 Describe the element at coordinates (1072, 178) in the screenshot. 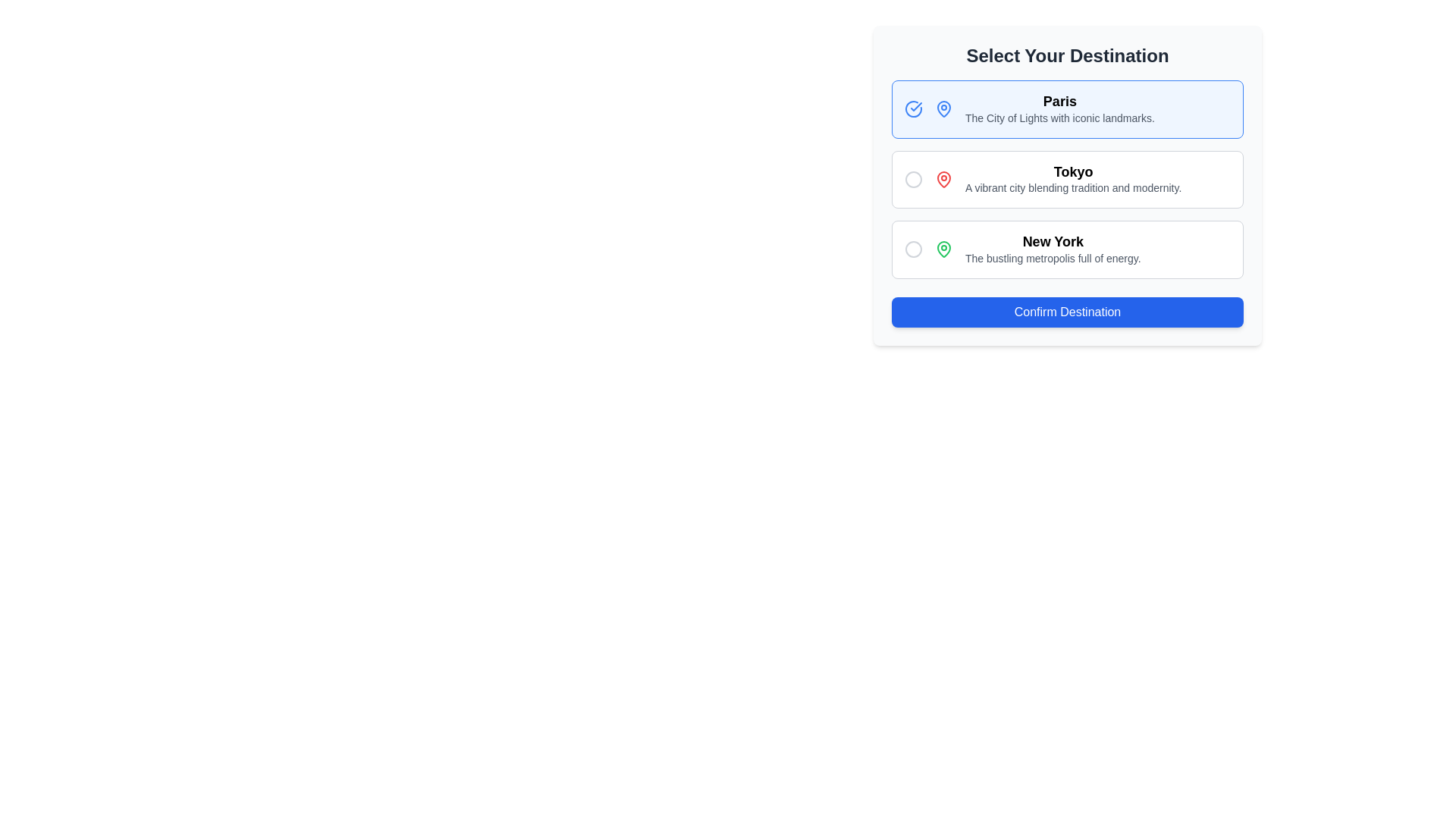

I see `the label displaying the title 'Tokyo' and its subtitle 'A vibrant city blending tradition and modernity.'` at that location.